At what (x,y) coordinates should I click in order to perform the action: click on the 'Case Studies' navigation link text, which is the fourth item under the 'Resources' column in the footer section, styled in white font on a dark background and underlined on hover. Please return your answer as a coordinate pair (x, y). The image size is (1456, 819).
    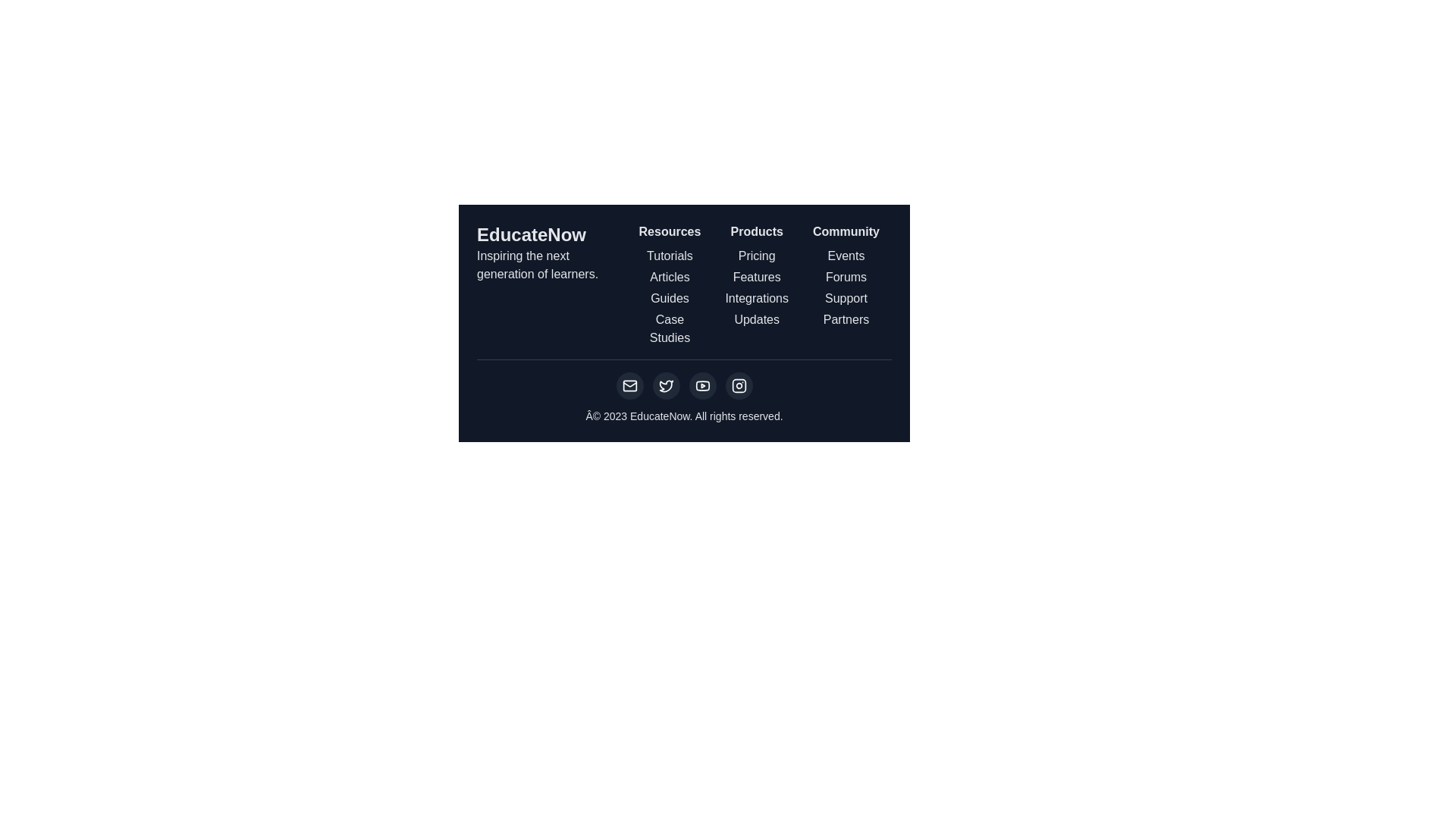
    Looking at the image, I should click on (669, 328).